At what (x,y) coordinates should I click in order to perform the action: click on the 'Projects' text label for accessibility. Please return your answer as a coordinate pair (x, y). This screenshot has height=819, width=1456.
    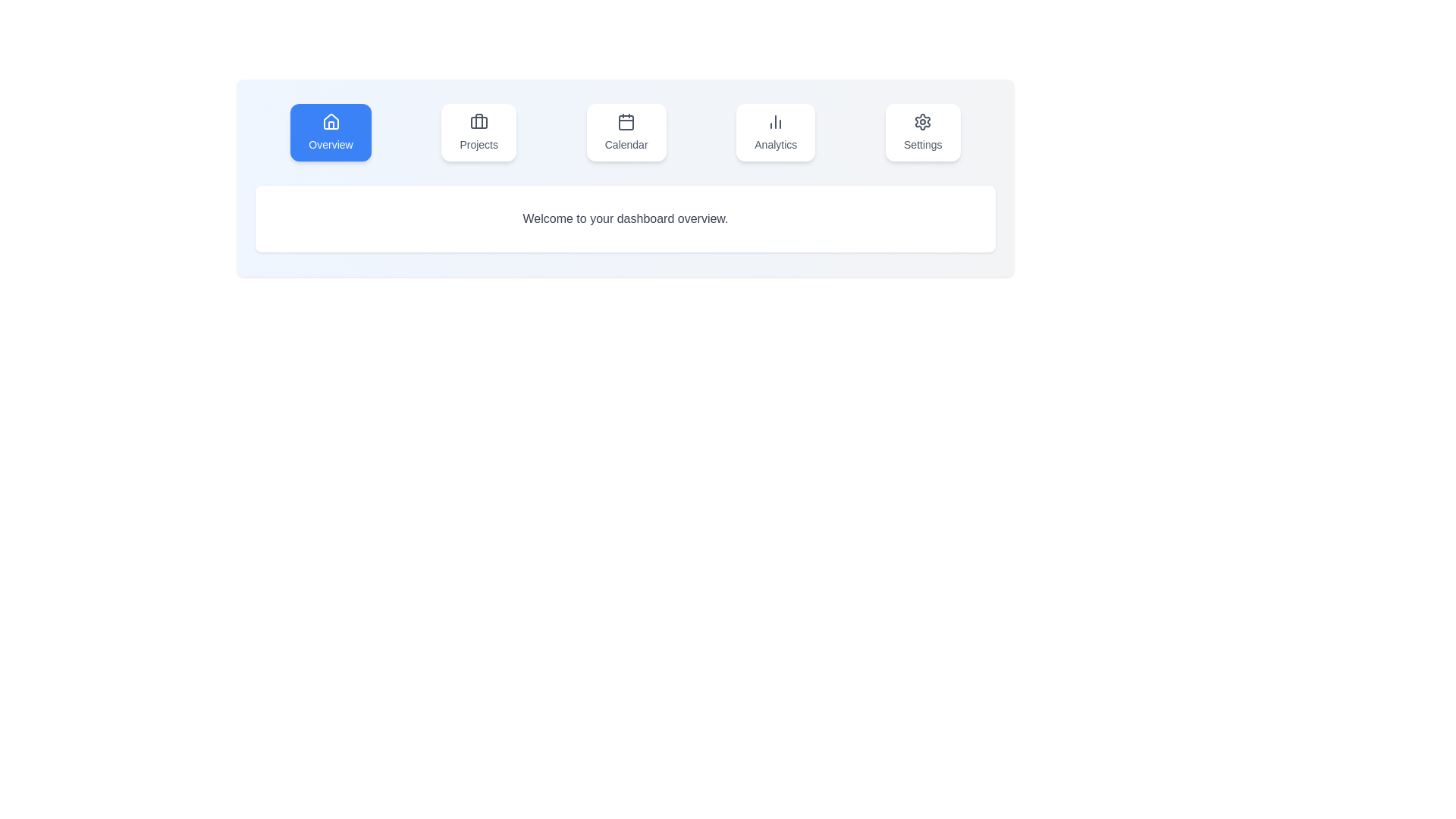
    Looking at the image, I should click on (478, 145).